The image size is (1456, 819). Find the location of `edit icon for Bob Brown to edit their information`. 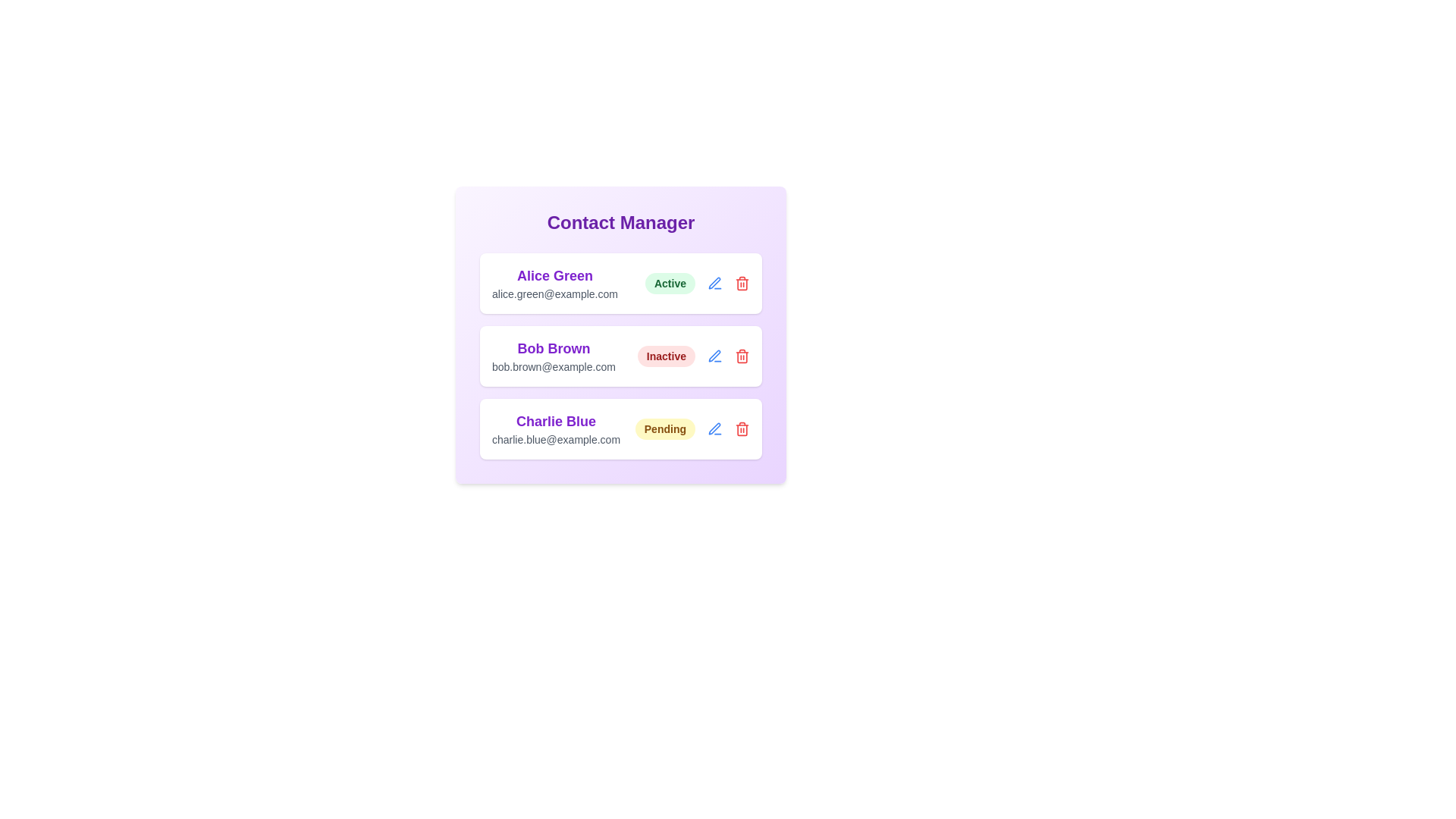

edit icon for Bob Brown to edit their information is located at coordinates (714, 356).